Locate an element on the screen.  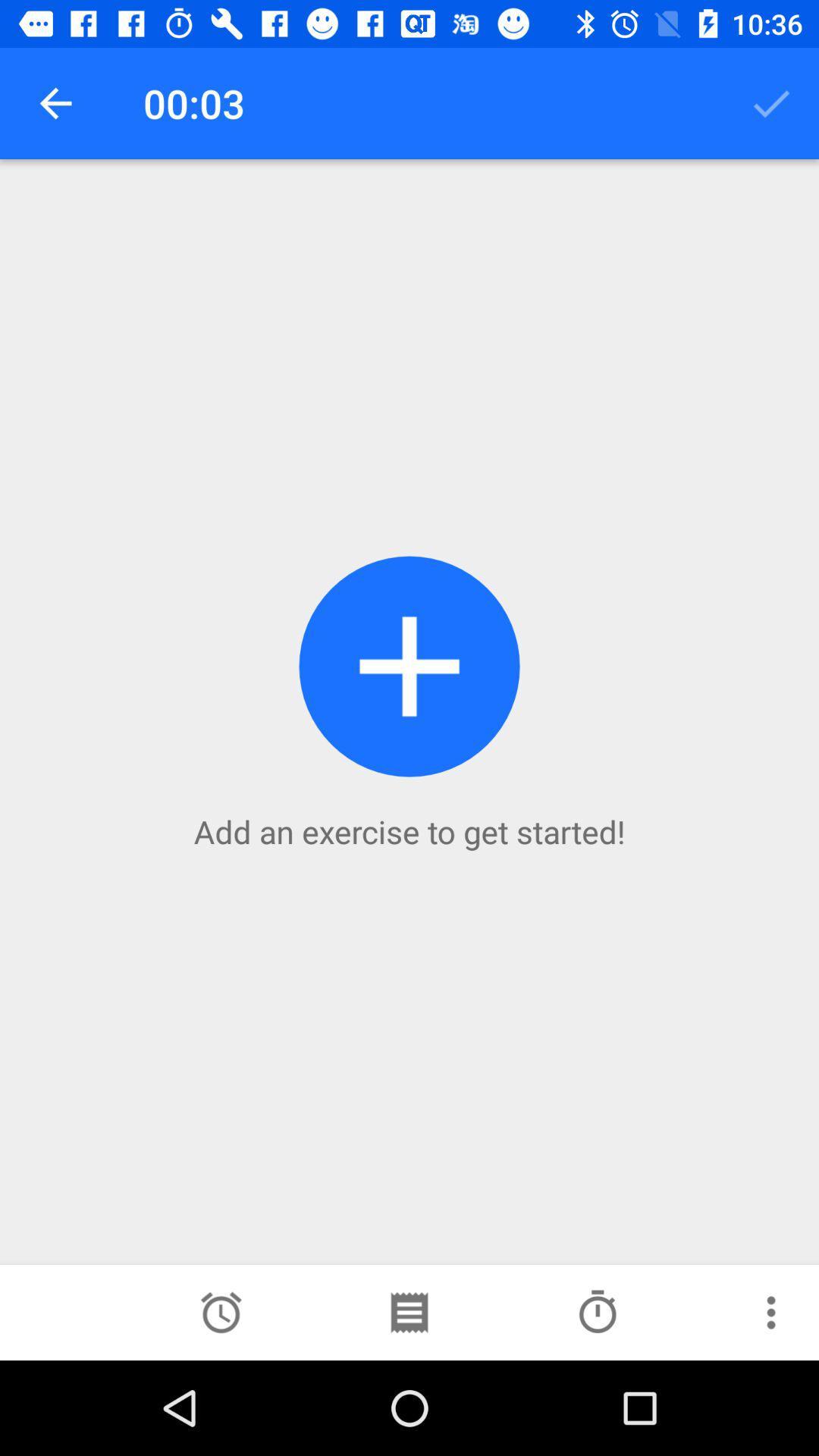
set timer is located at coordinates (221, 1312).